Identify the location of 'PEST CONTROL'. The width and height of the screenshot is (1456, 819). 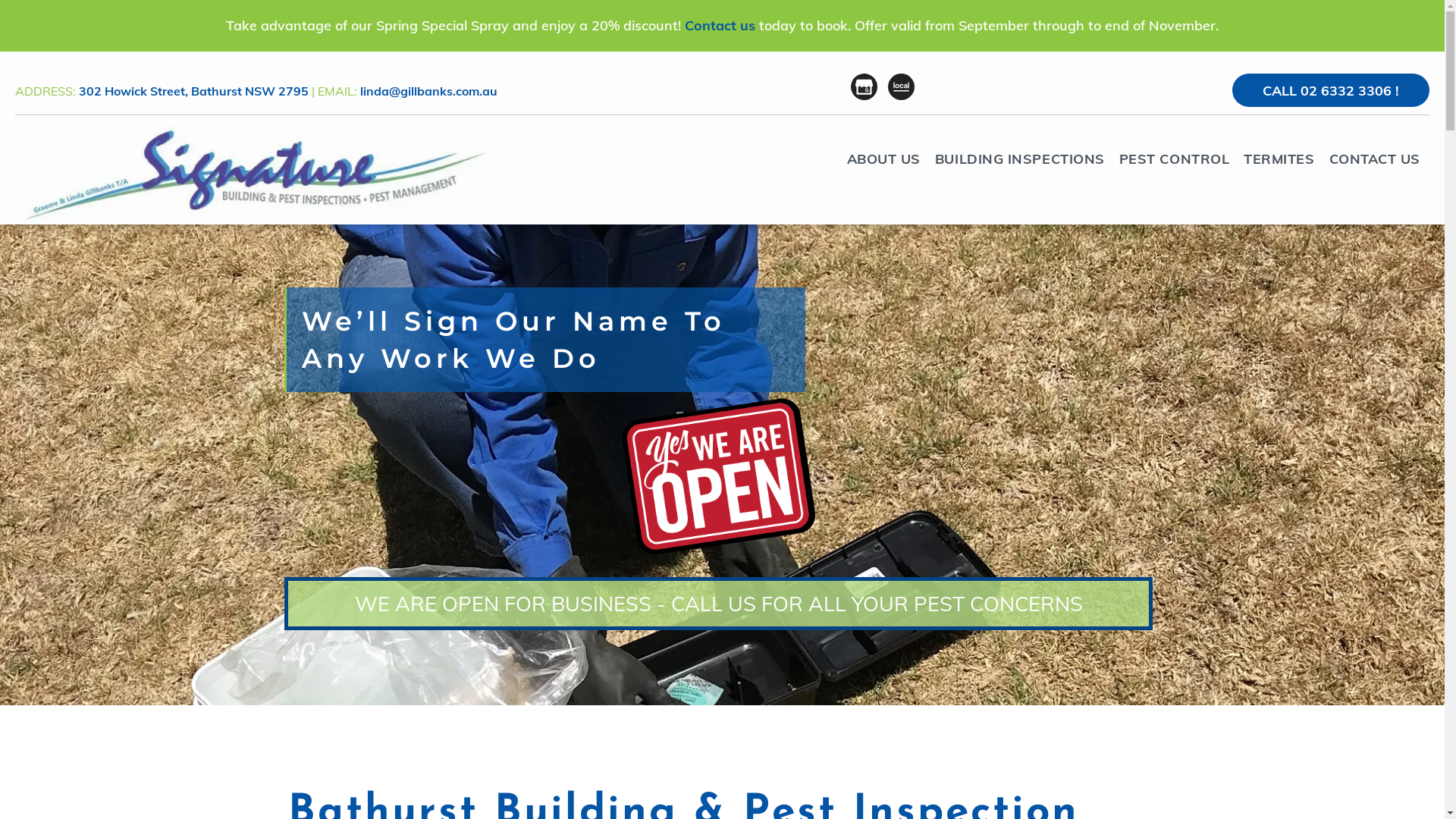
(1173, 158).